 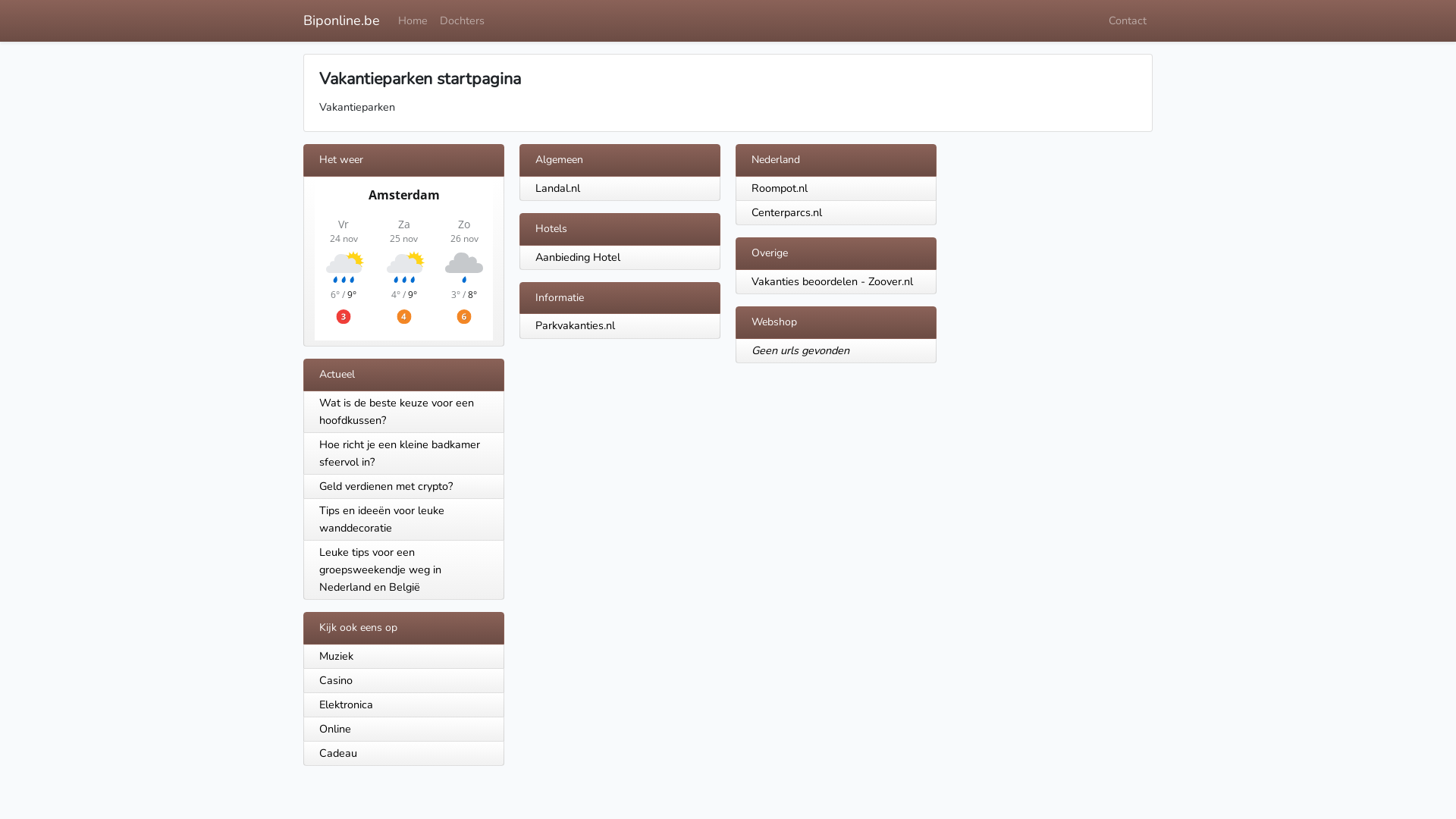 What do you see at coordinates (751, 281) in the screenshot?
I see `'Vakanties beoordelen - Zoover.nl'` at bounding box center [751, 281].